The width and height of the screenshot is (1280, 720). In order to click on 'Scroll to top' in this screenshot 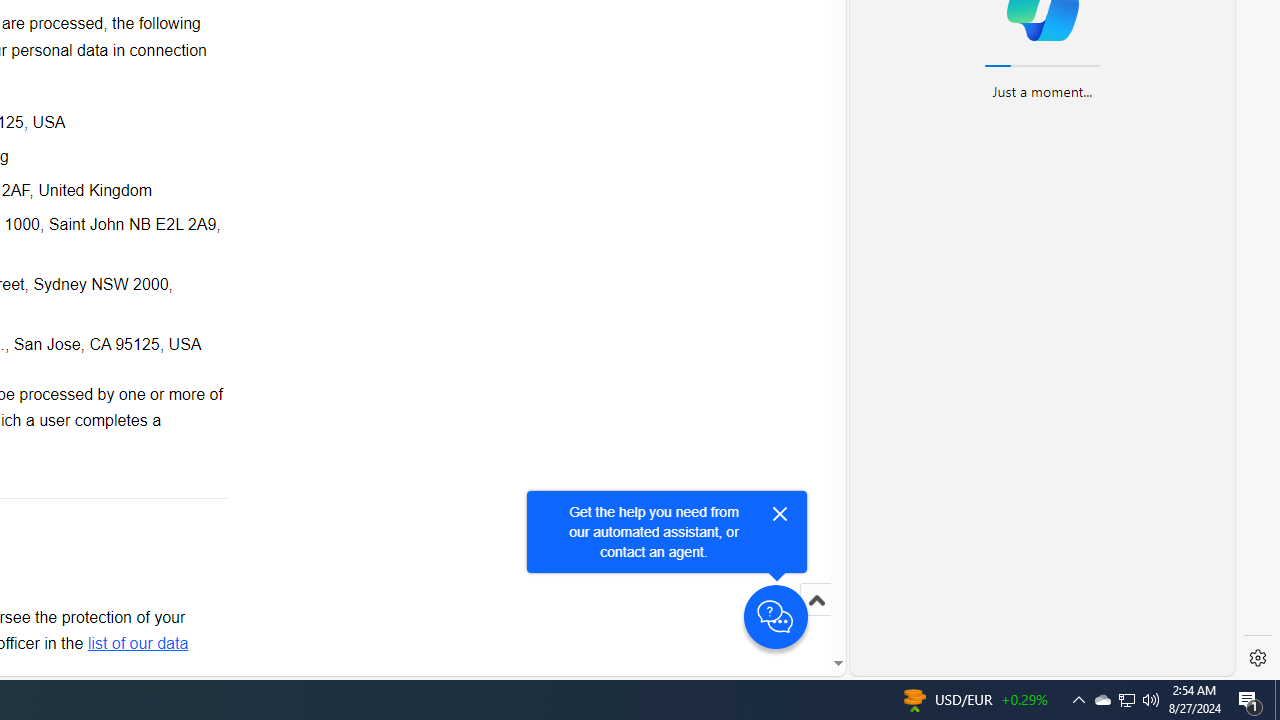, I will do `click(816, 598)`.